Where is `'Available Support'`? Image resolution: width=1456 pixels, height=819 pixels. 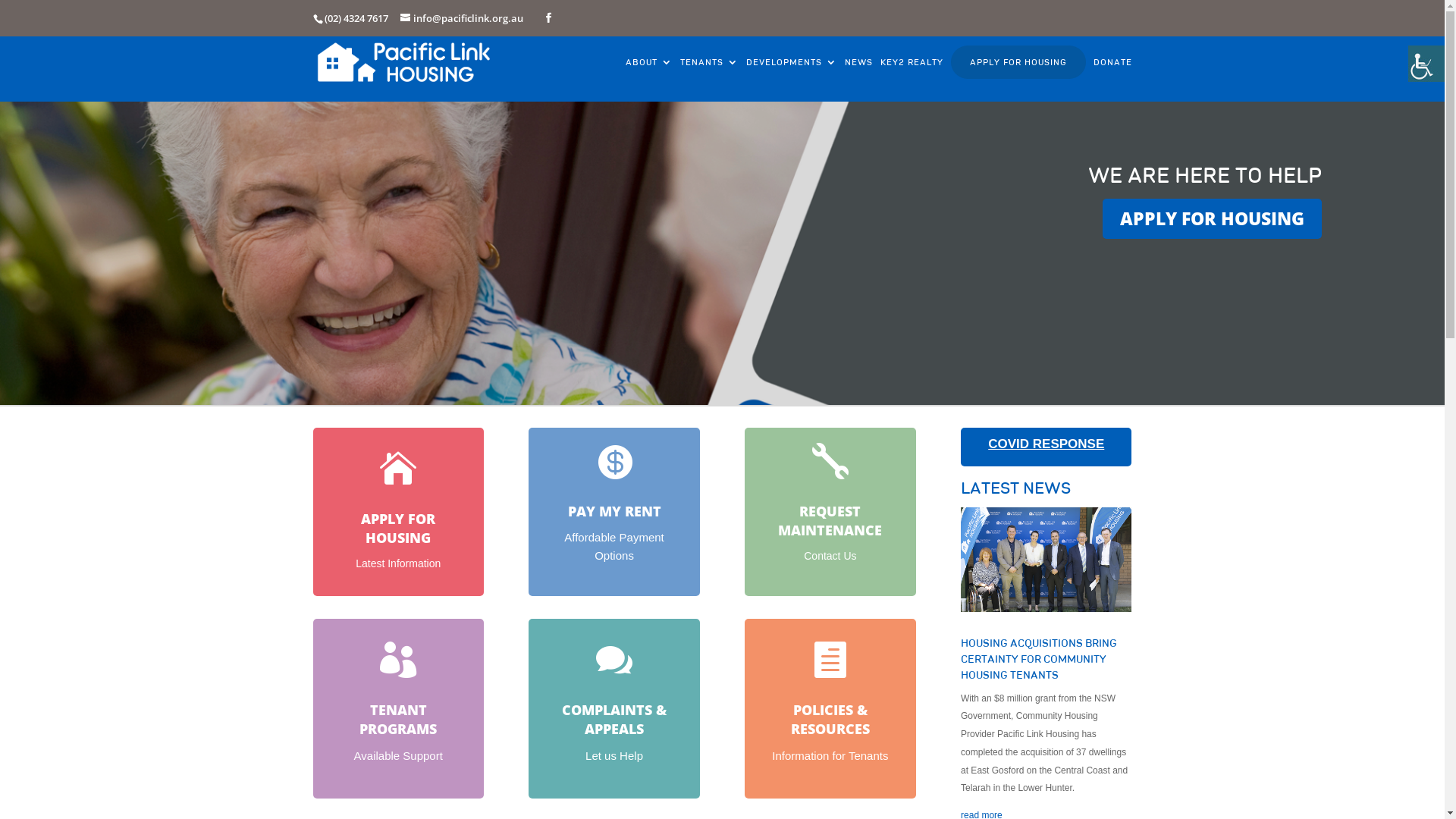
'Available Support' is located at coordinates (398, 755).